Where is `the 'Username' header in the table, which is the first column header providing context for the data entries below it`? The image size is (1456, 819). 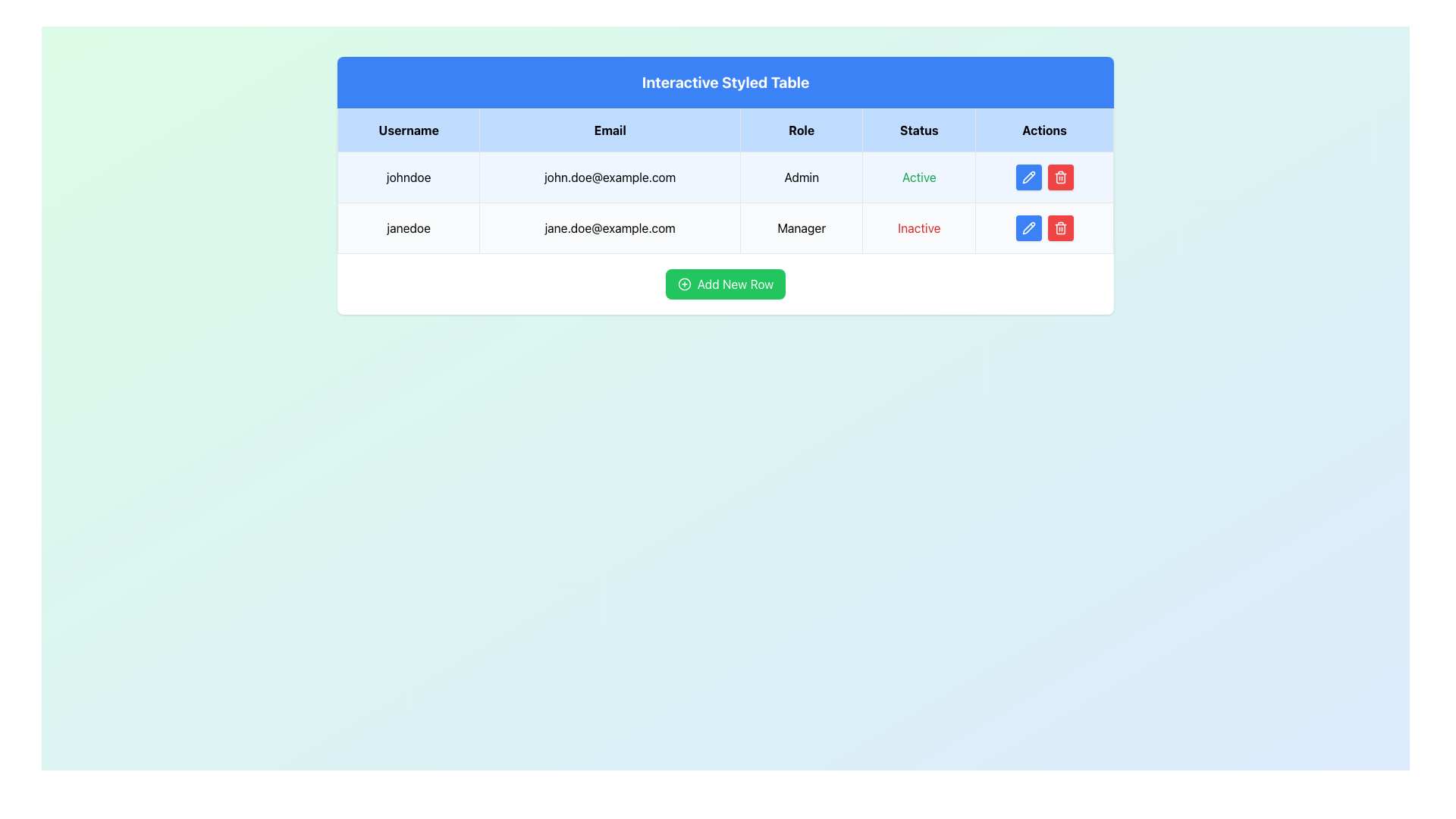 the 'Username' header in the table, which is the first column header providing context for the data entries below it is located at coordinates (409, 130).